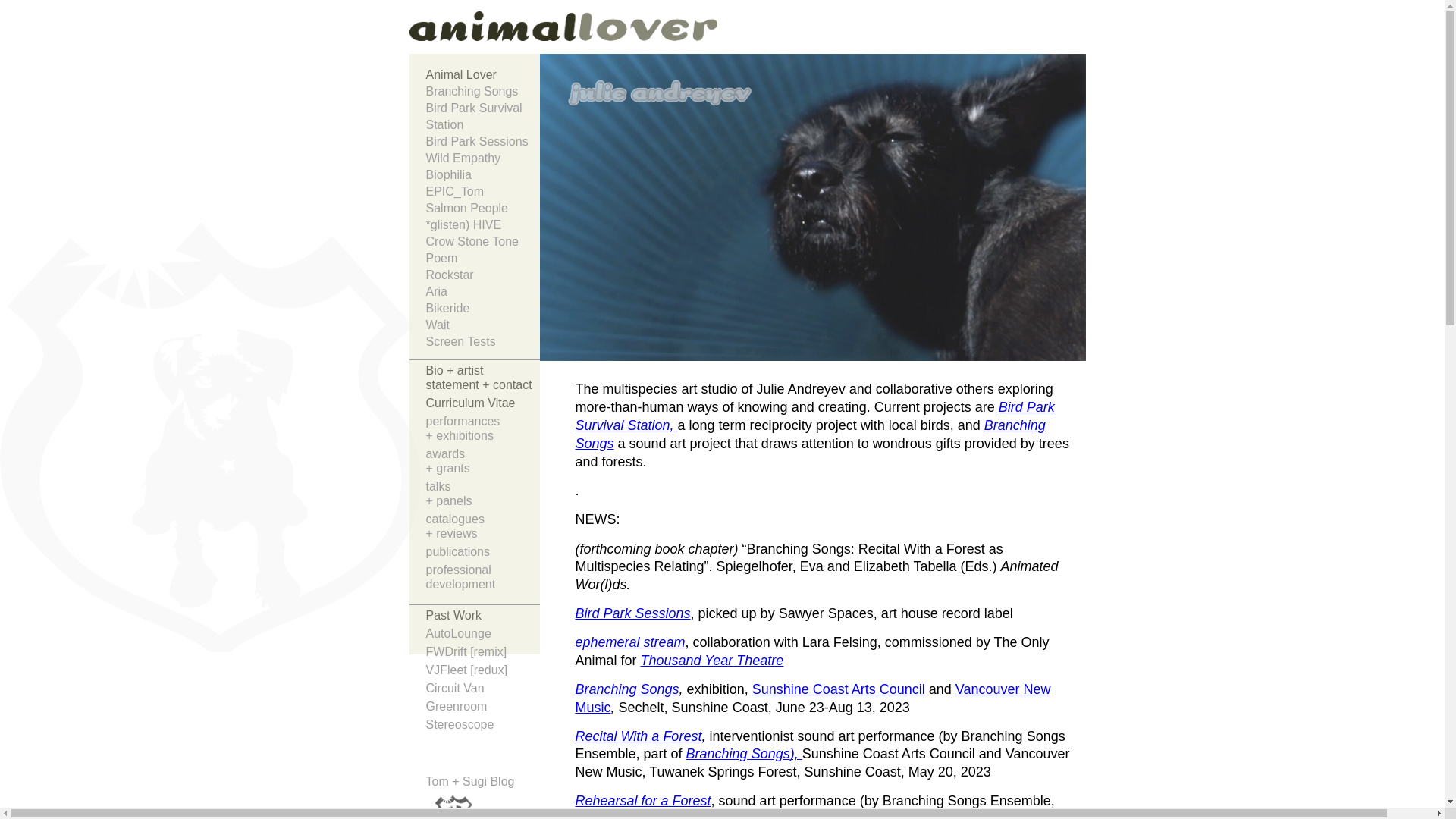 This screenshot has width=1456, height=819. I want to click on 'publications', so click(482, 553).